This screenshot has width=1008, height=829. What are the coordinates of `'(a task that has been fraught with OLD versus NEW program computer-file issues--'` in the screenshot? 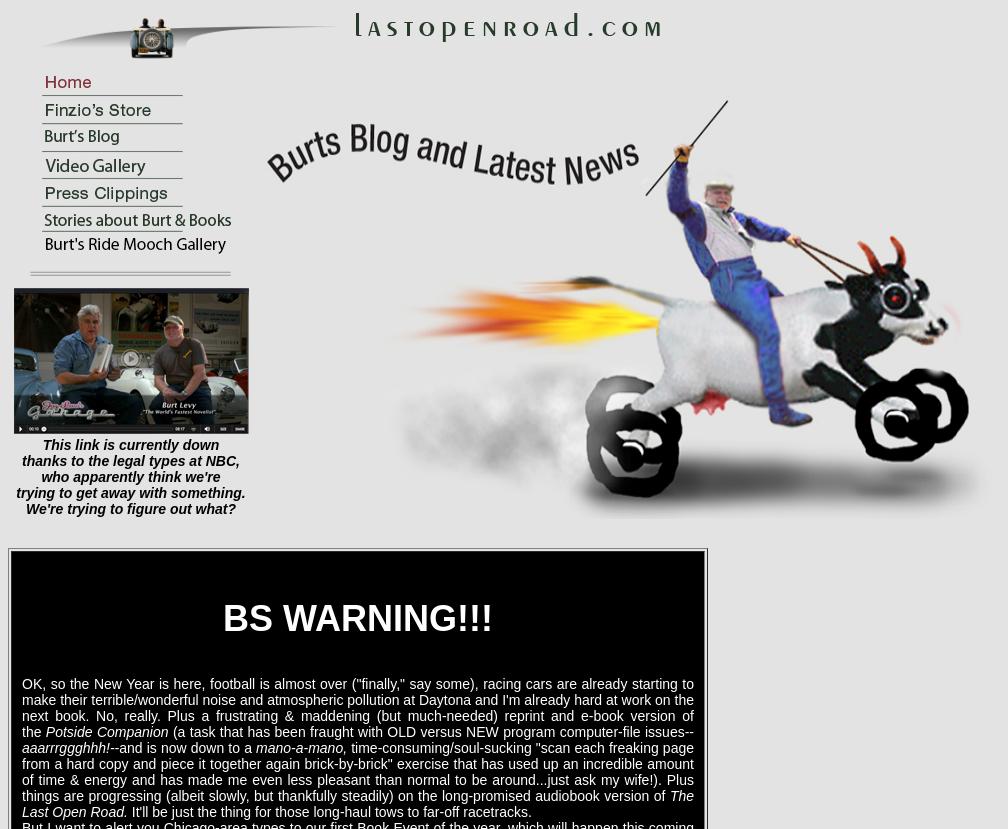 It's located at (433, 731).